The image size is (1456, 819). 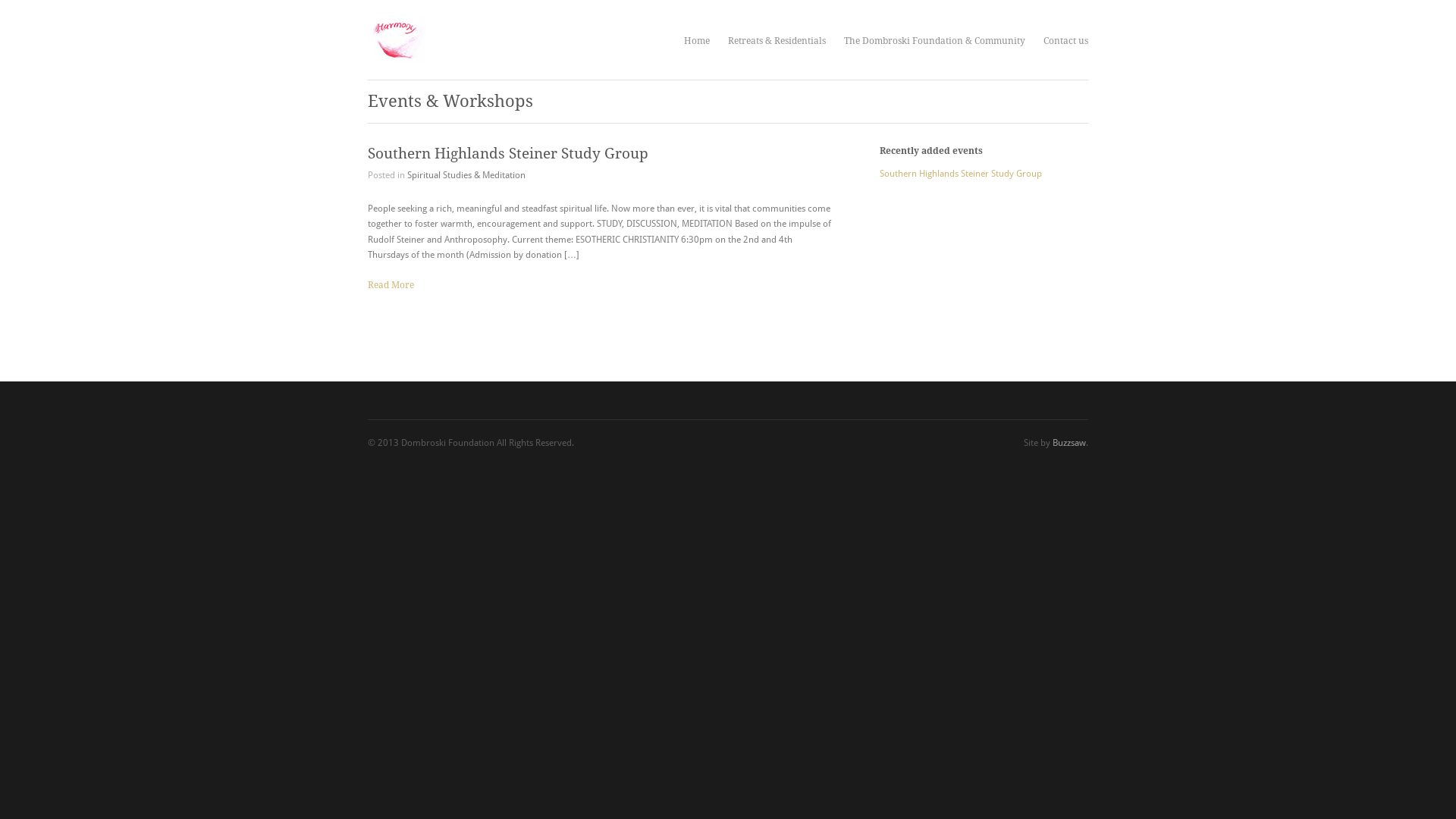 I want to click on 'Southern Highlands Steiner Study Group', so click(x=880, y=172).